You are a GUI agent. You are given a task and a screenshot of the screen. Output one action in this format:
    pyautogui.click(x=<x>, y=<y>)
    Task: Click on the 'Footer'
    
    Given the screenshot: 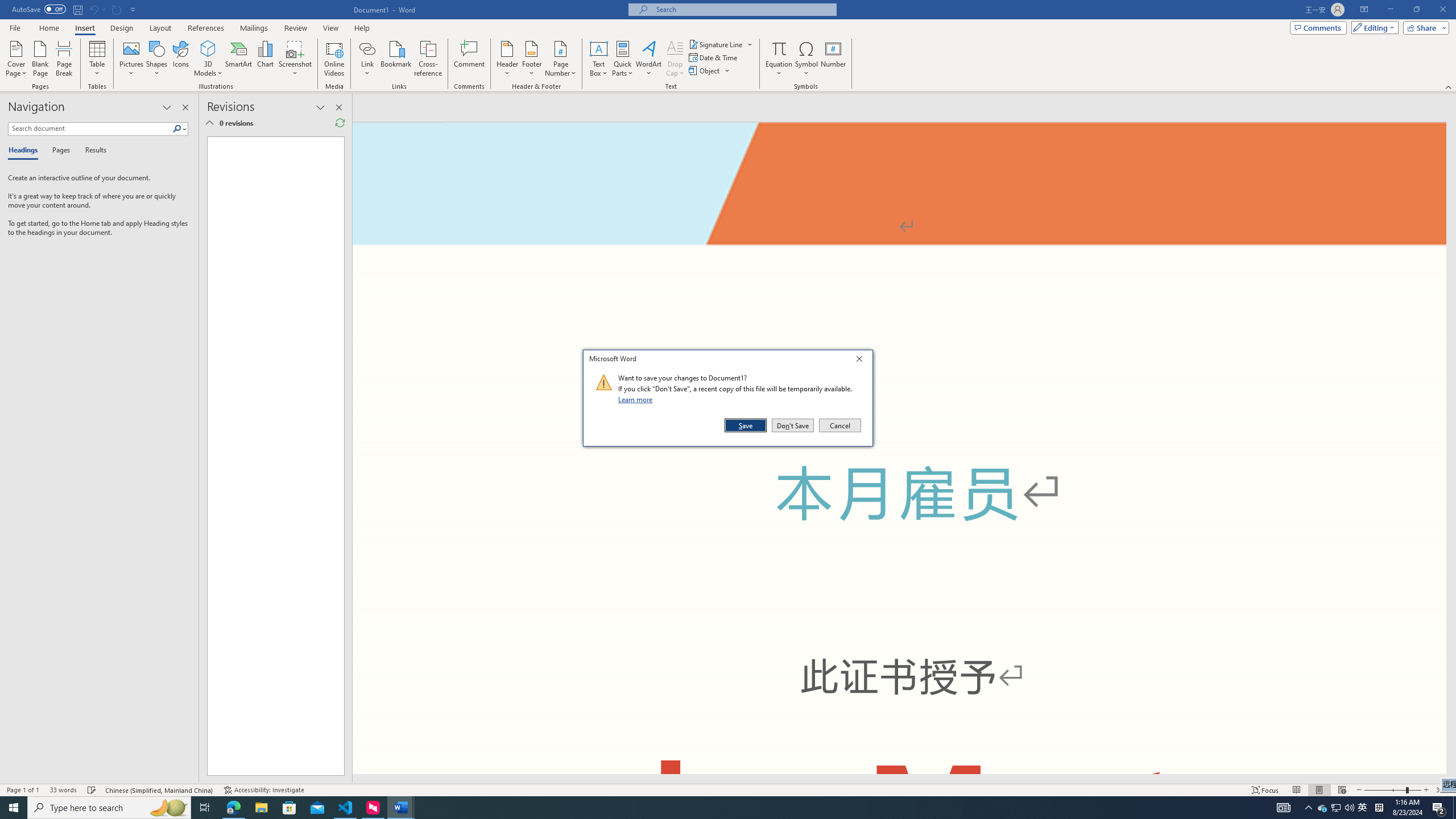 What is the action you would take?
    pyautogui.click(x=531, y=59)
    